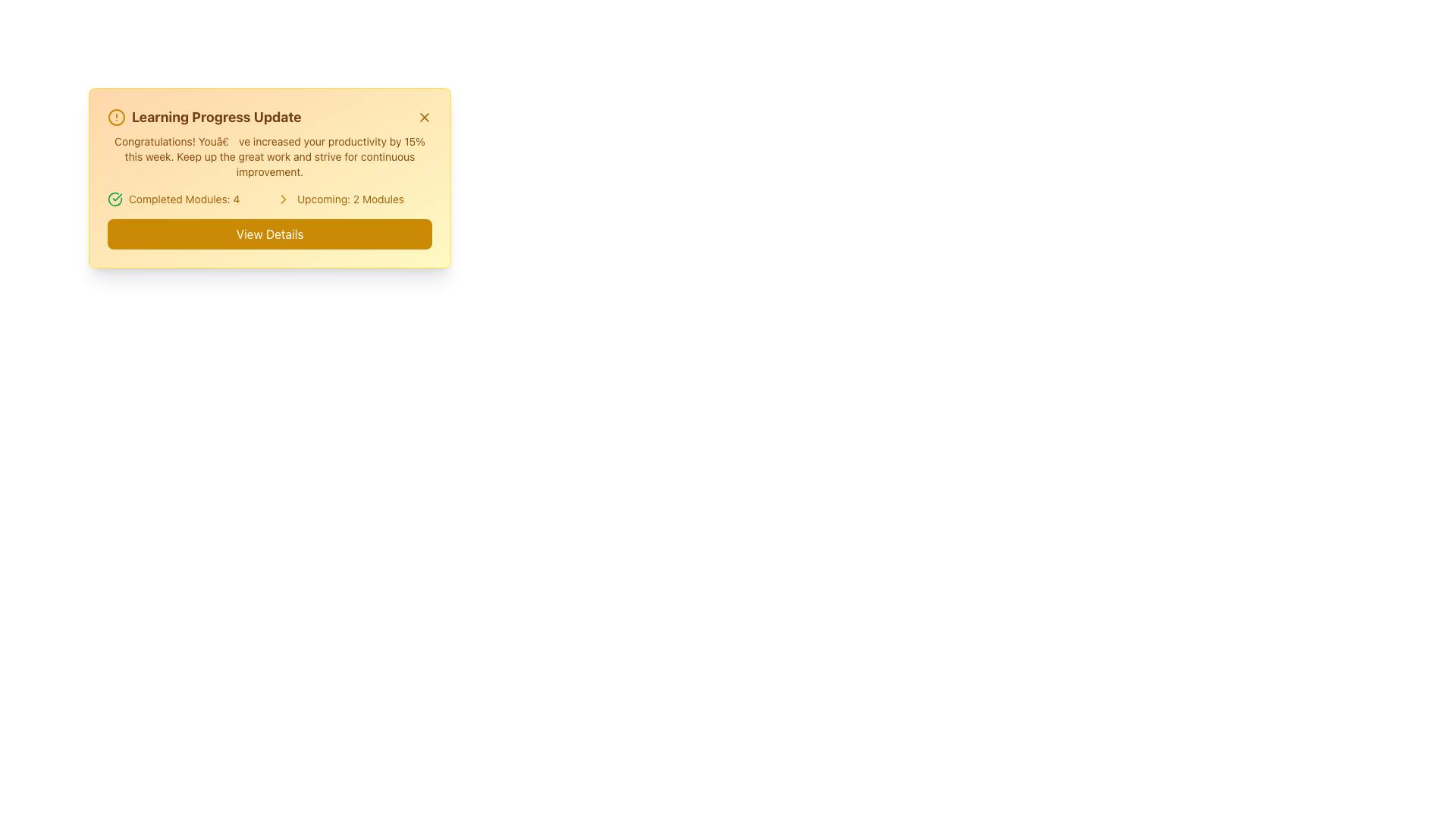 The height and width of the screenshot is (819, 1456). What do you see at coordinates (215, 116) in the screenshot?
I see `text header labeled 'Learning Progress Update' that is styled in large, bold, yellow-brown font within a light yellow notification box` at bounding box center [215, 116].